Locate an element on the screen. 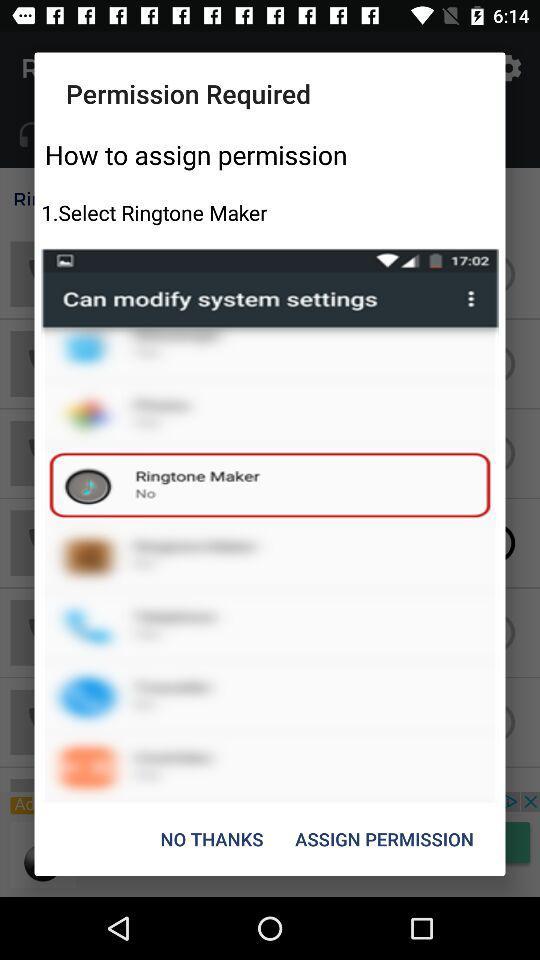 This screenshot has height=960, width=540. item to the left of the assign permission item is located at coordinates (211, 839).